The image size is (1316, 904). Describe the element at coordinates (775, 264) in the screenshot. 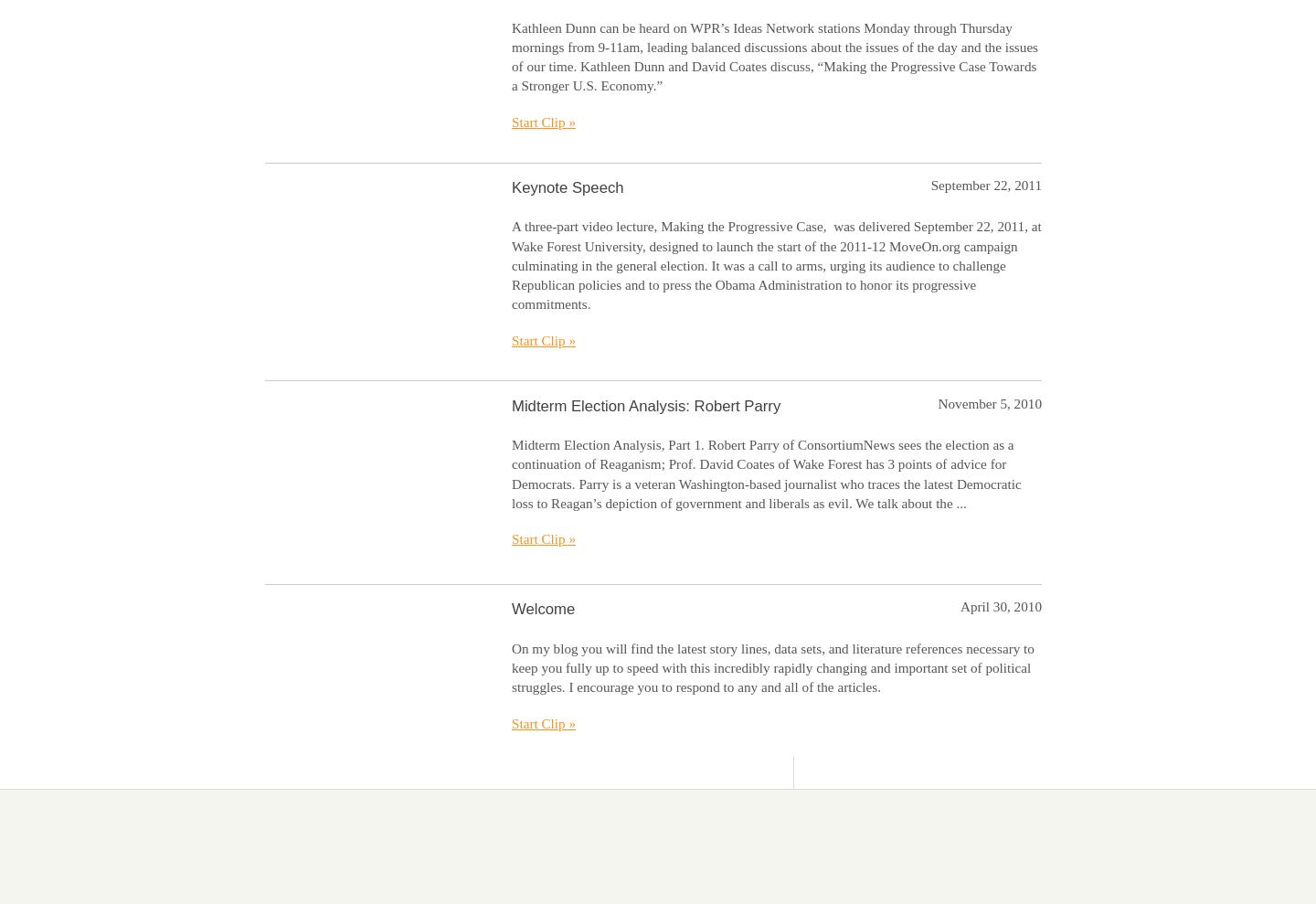

I see `'A three-part video lecture, Making the Progressive Case,  was delivered September 22, 2011, at Wake Forest University, designed to launch the start of the 2011-12 MoveOn.org campaign culminating in the general election. It was a call to arms, urging its audience to challenge Republican policies and to press the Obama Administration to honor its progressive commitments.'` at that location.